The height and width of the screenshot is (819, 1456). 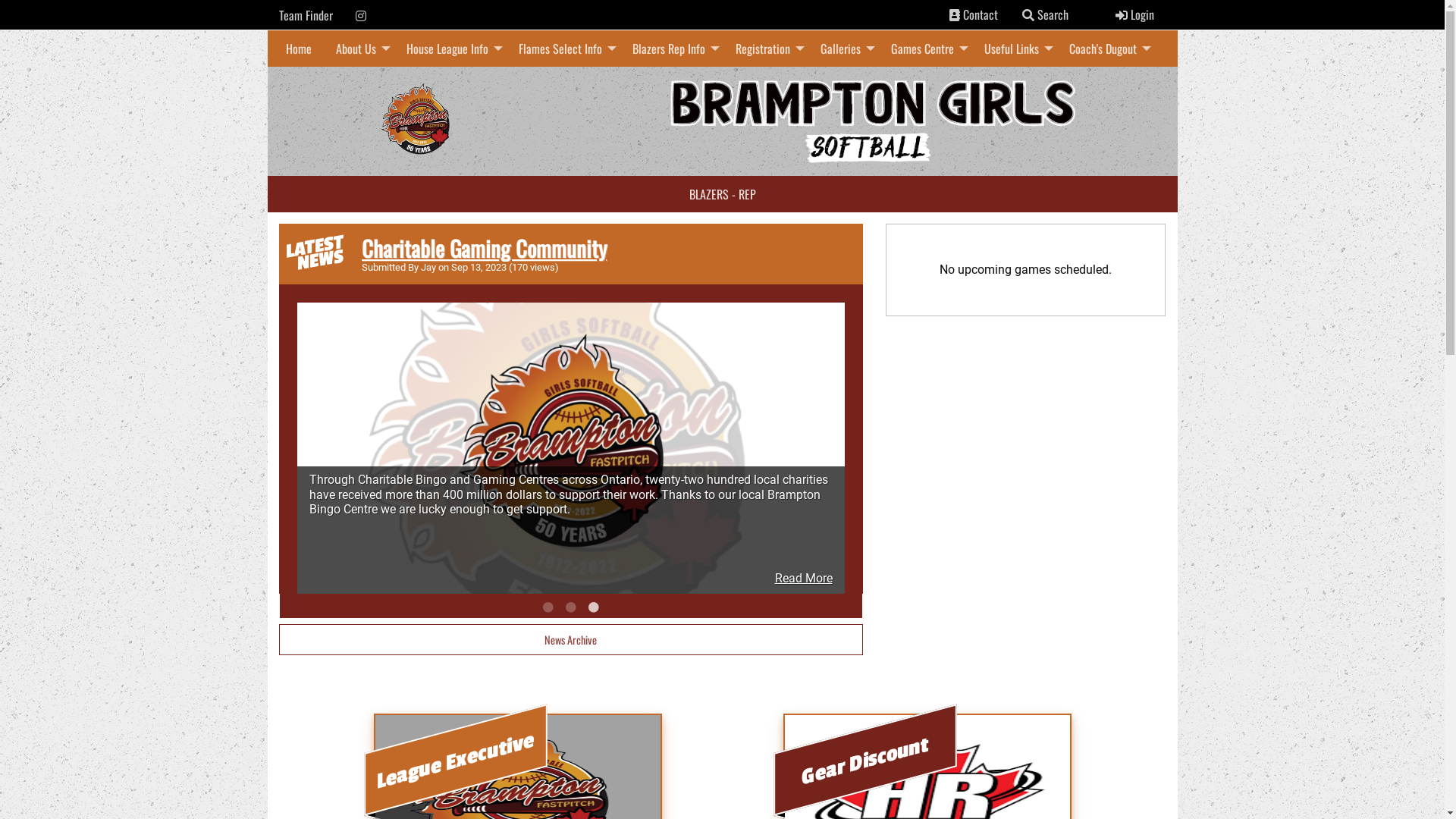 I want to click on 'Search', so click(x=1028, y=14).